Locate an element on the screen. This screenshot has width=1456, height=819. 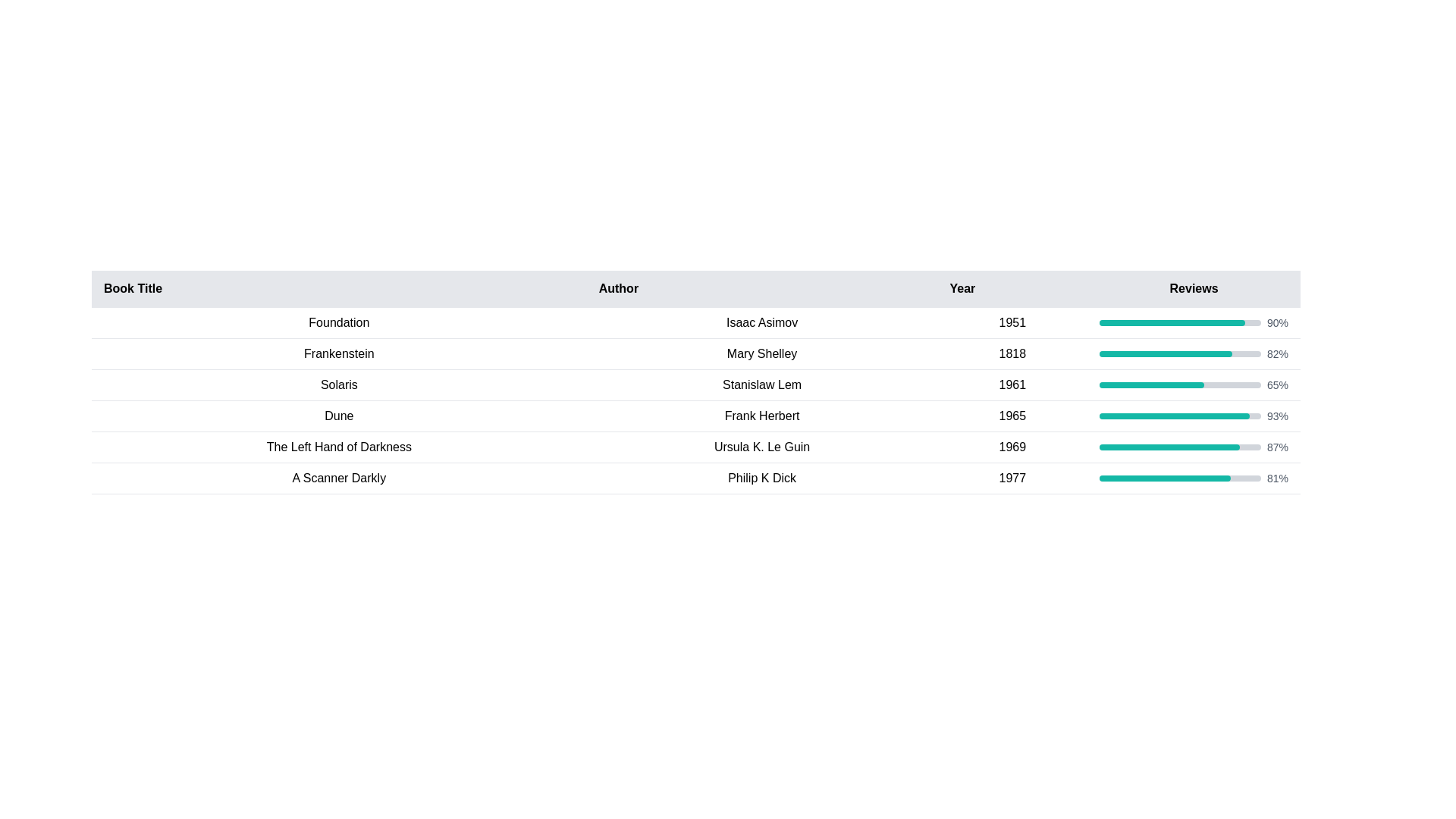
the table row containing the book details for 'Dune', including the title, author, year, and review rating is located at coordinates (695, 416).